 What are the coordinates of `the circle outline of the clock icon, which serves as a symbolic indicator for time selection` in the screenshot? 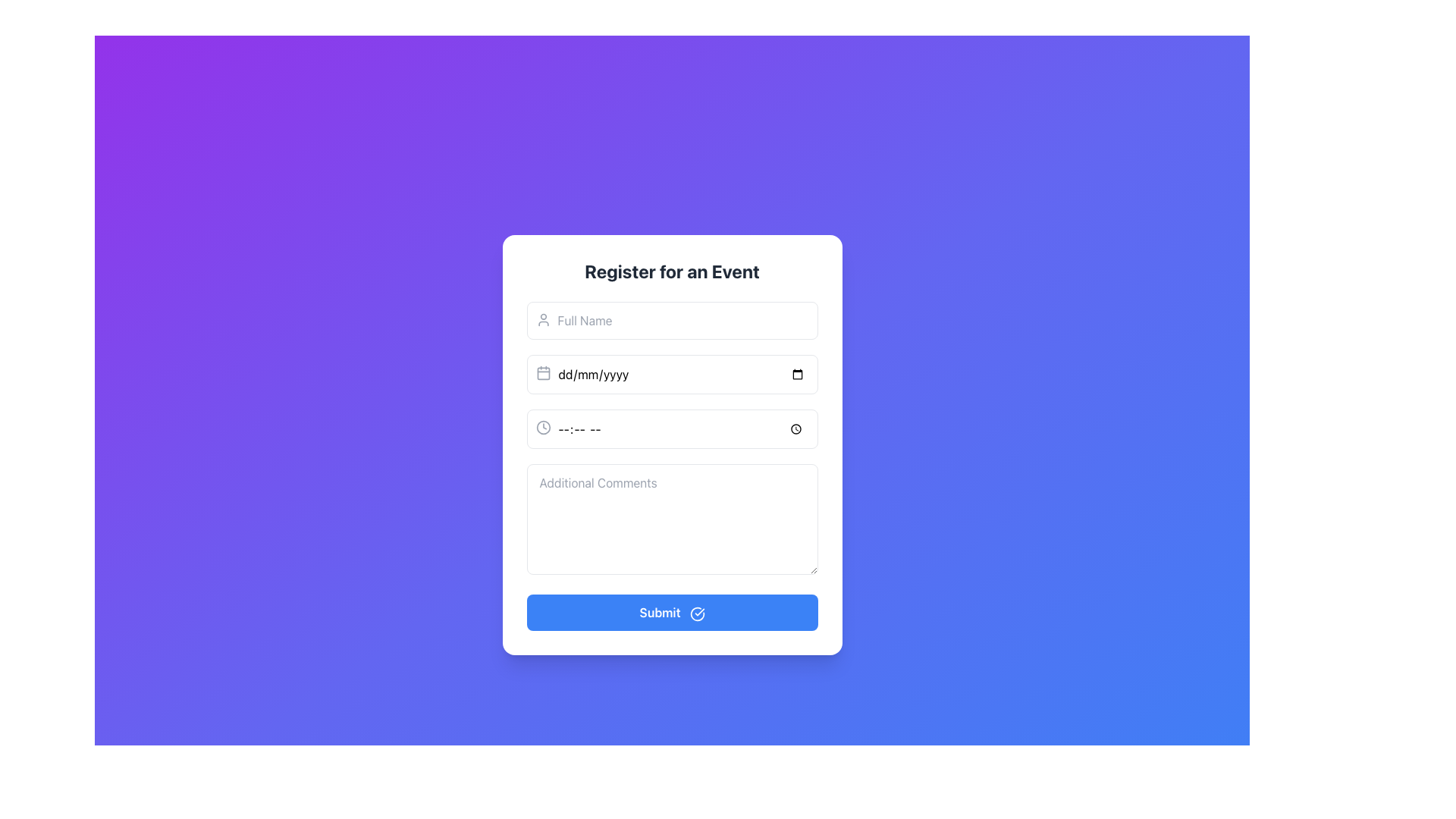 It's located at (543, 427).